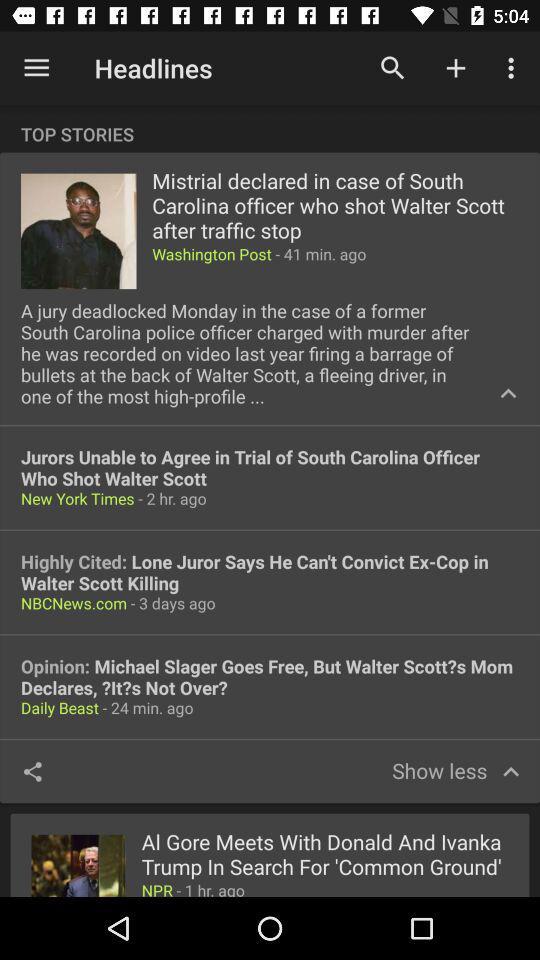  Describe the element at coordinates (455, 770) in the screenshot. I see `the button along with the text show less` at that location.